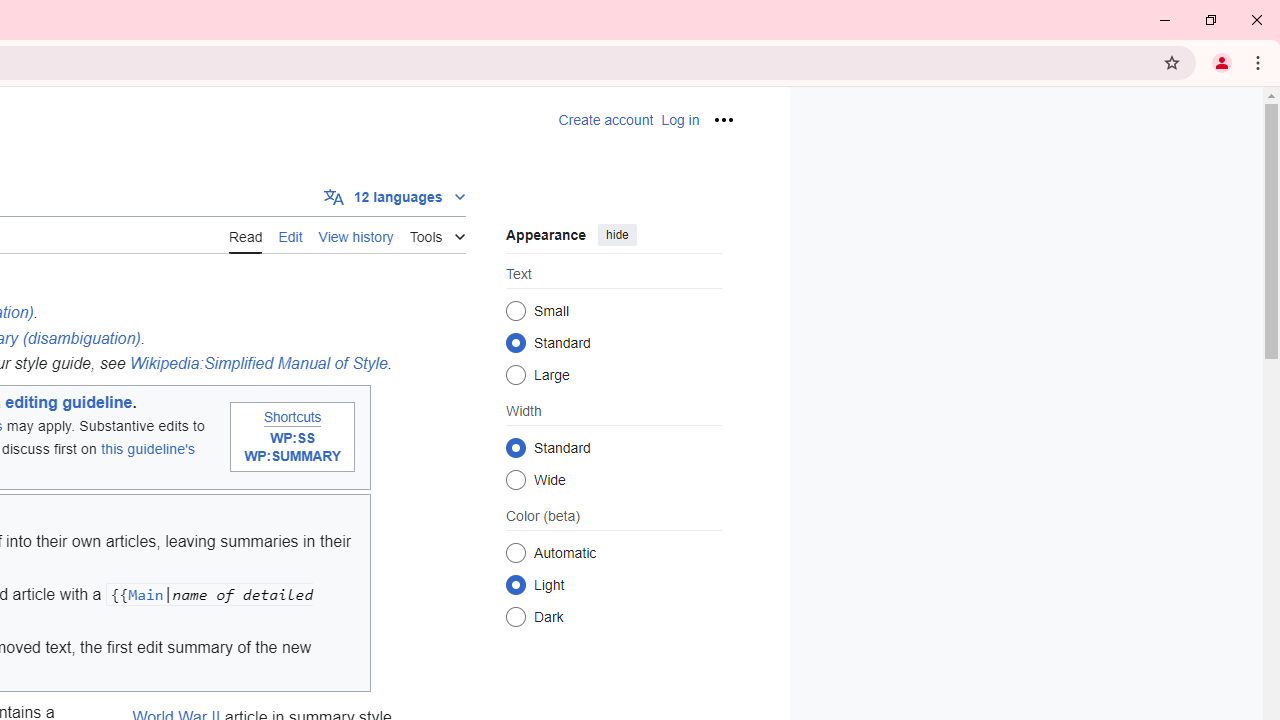 Image resolution: width=1280 pixels, height=720 pixels. Describe the element at coordinates (244, 234) in the screenshot. I see `'Read'` at that location.